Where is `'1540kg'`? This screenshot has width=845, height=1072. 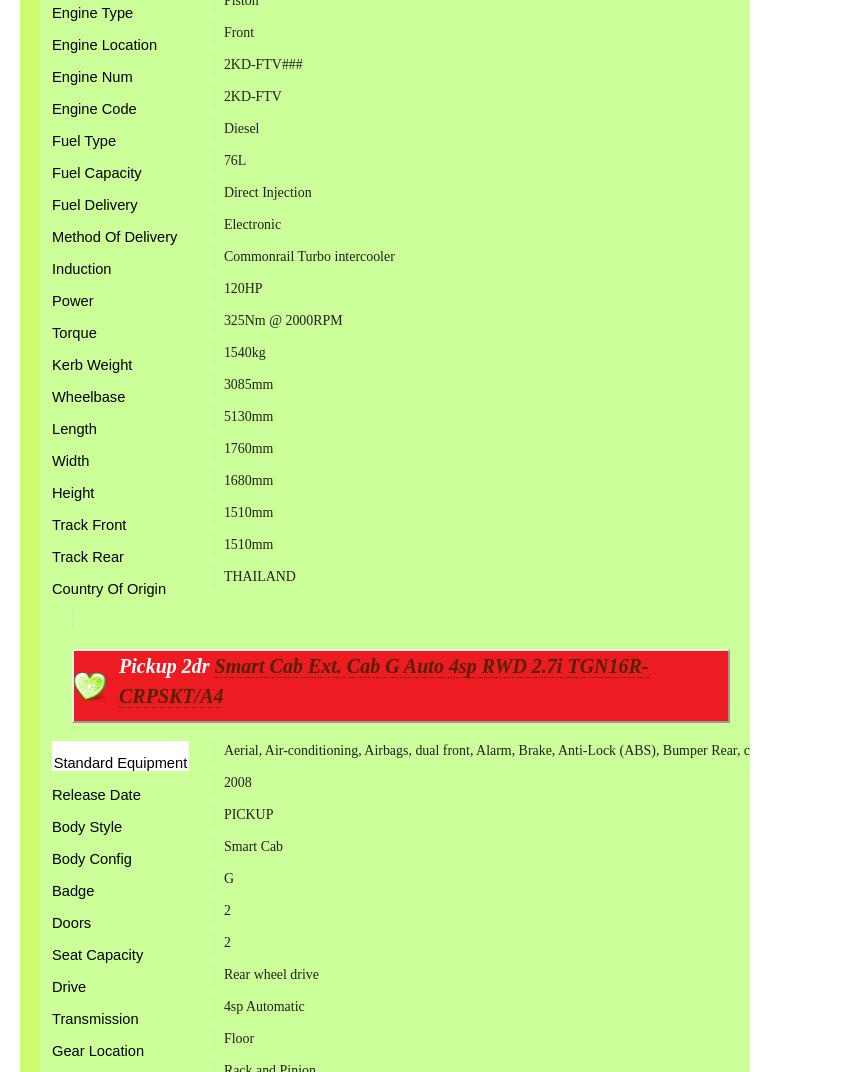 '1540kg' is located at coordinates (243, 351).